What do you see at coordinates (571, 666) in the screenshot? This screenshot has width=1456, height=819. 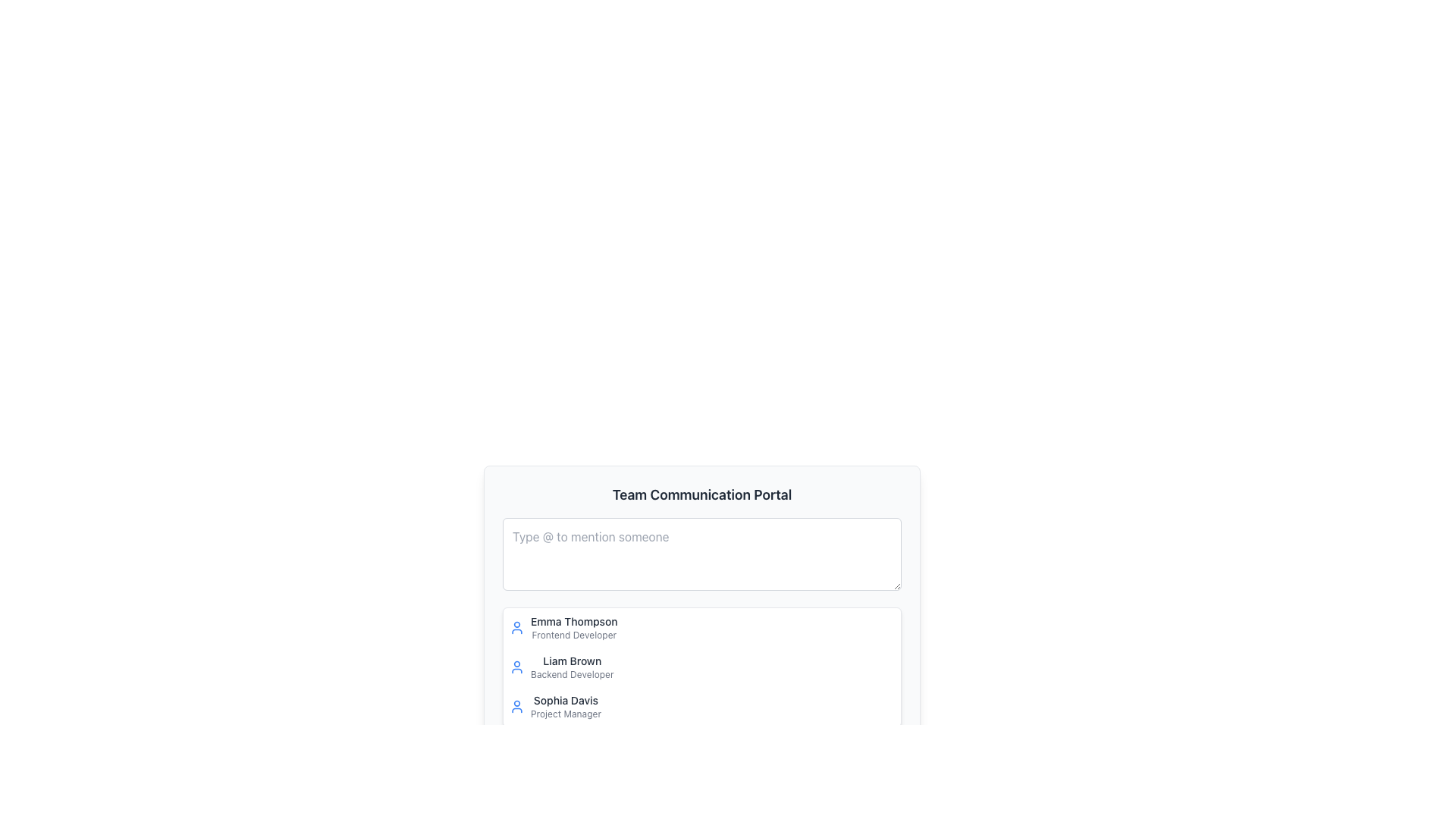 I see `the text content displaying 'Liam Brown' in bold, which is the second item in the sidebar list, located below 'Emma Thompson Frontend Developer' and above 'Sophia Davis Project Manager'` at bounding box center [571, 666].